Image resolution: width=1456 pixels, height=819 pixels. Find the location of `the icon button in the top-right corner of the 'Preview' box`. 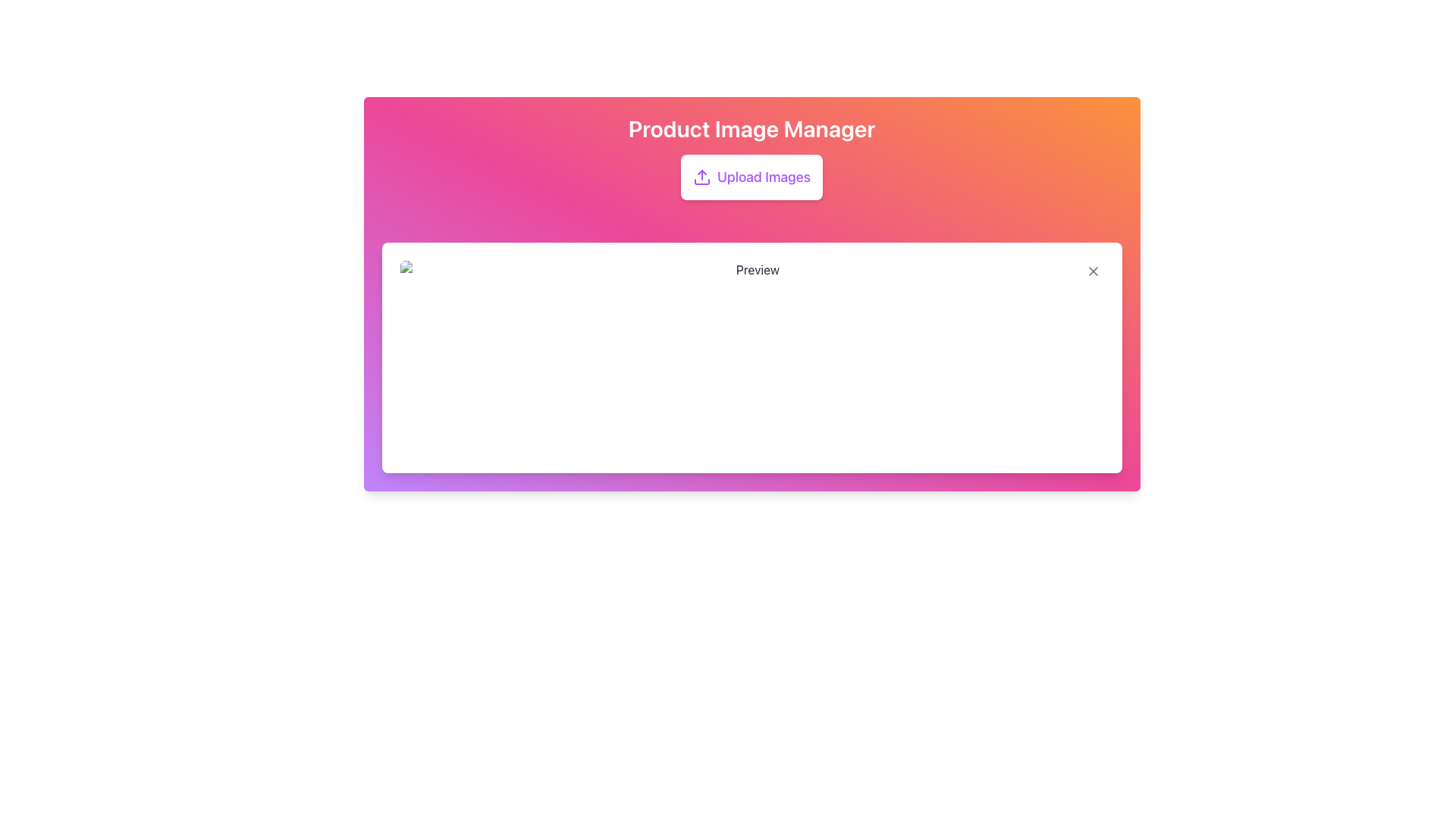

the icon button in the top-right corner of the 'Preview' box is located at coordinates (1093, 271).